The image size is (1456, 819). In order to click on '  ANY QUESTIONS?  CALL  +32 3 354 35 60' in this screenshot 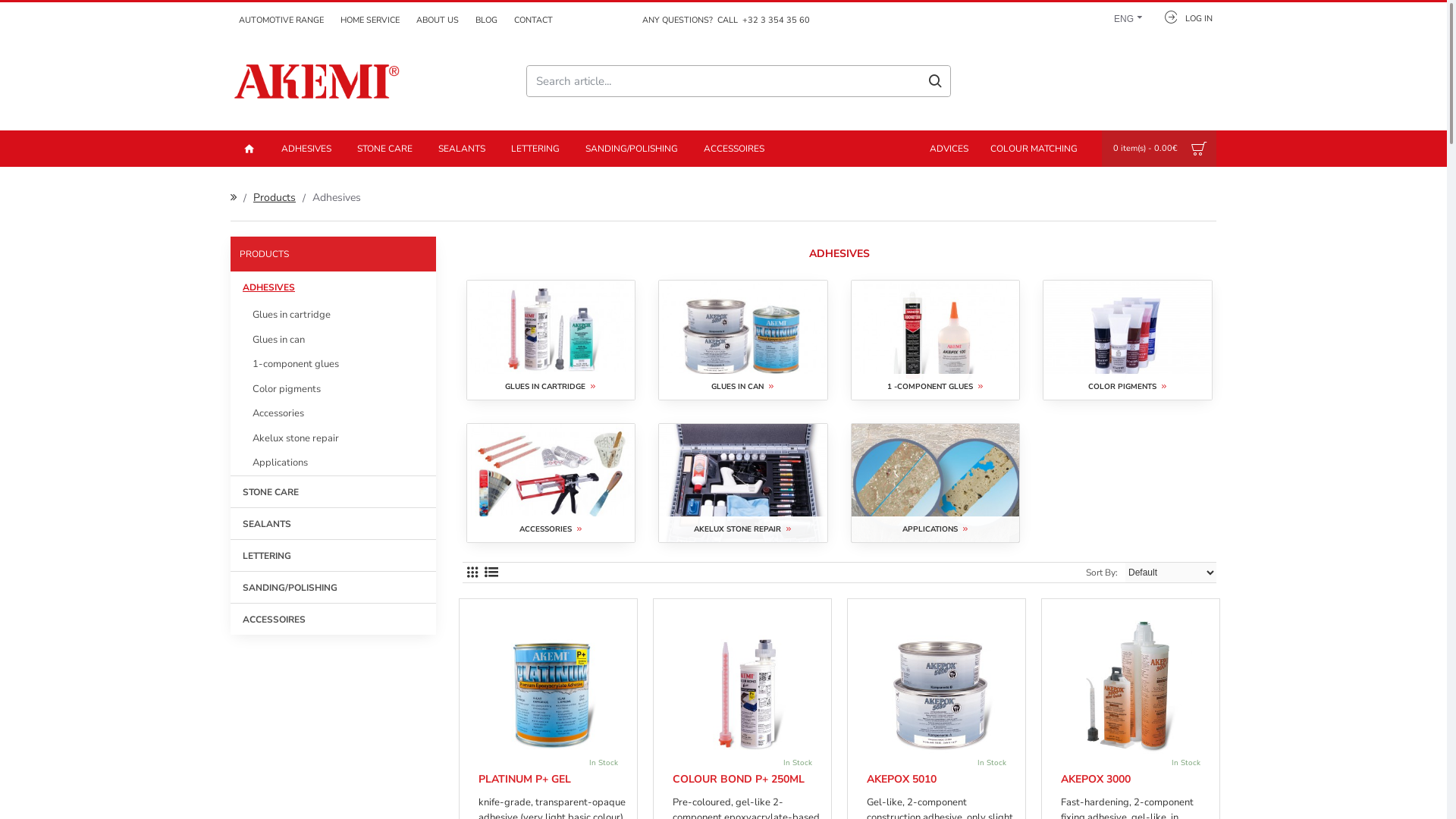, I will do `click(723, 20)`.